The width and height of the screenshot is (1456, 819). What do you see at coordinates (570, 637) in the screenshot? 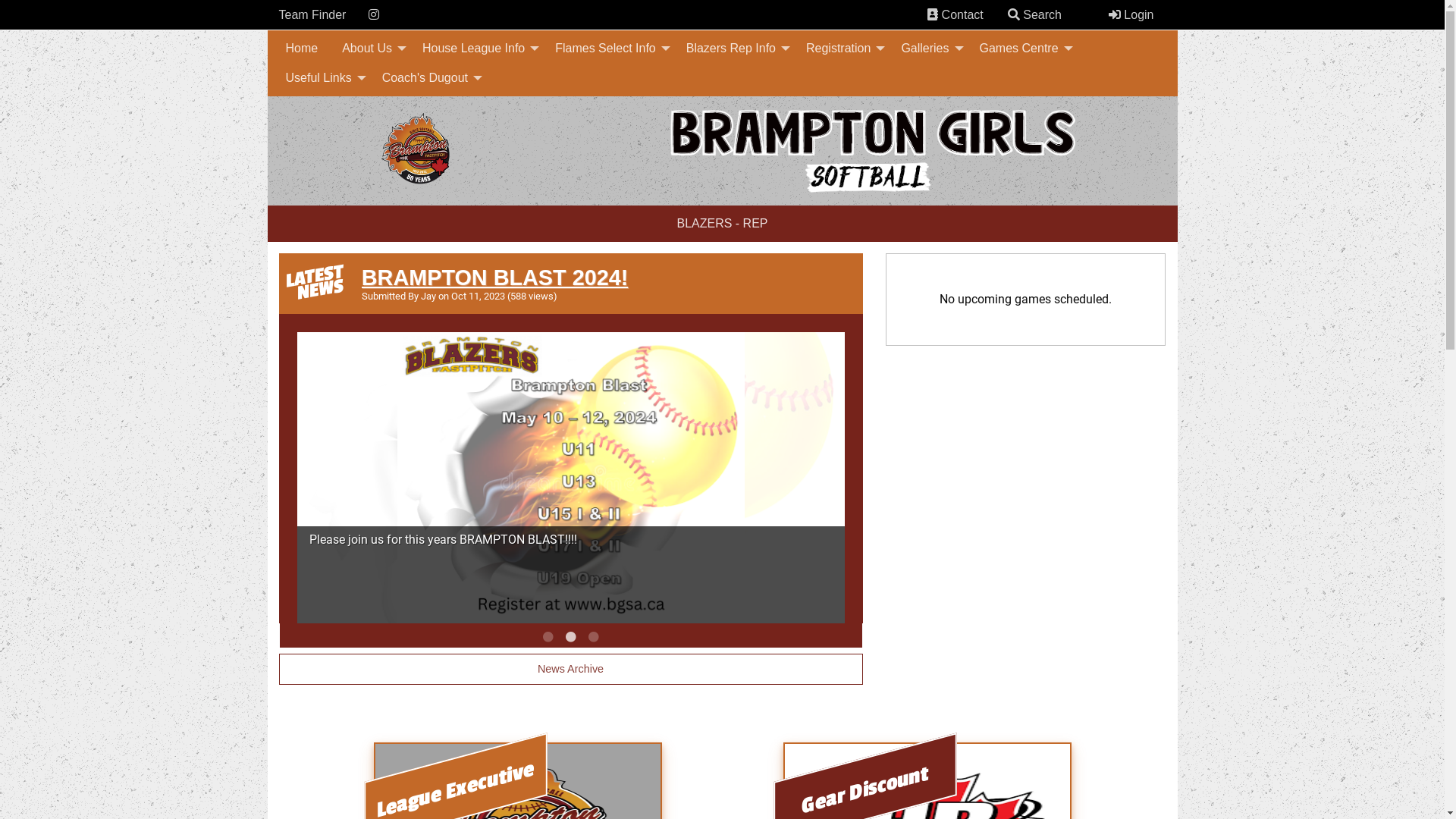
I see `'2'` at bounding box center [570, 637].